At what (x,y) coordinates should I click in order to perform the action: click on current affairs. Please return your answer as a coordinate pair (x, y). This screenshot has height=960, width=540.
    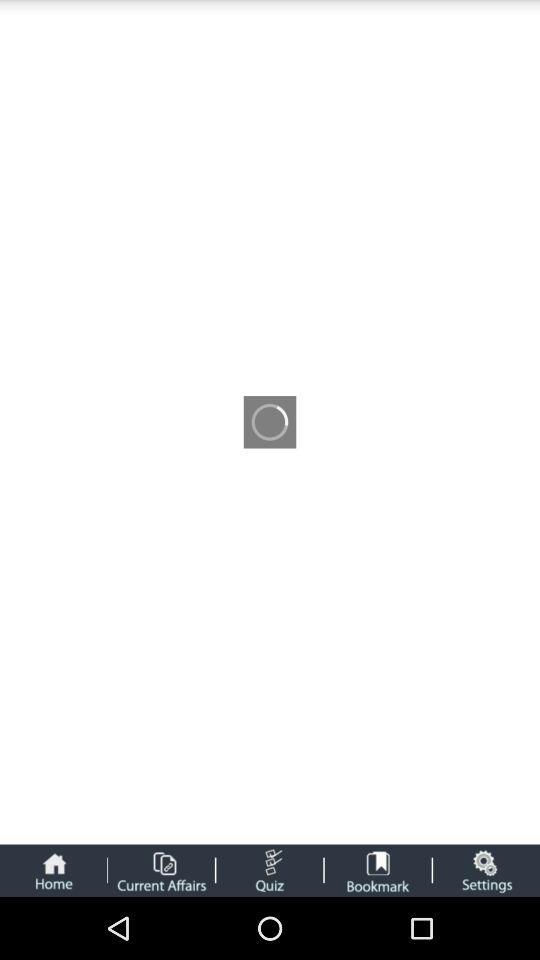
    Looking at the image, I should click on (160, 869).